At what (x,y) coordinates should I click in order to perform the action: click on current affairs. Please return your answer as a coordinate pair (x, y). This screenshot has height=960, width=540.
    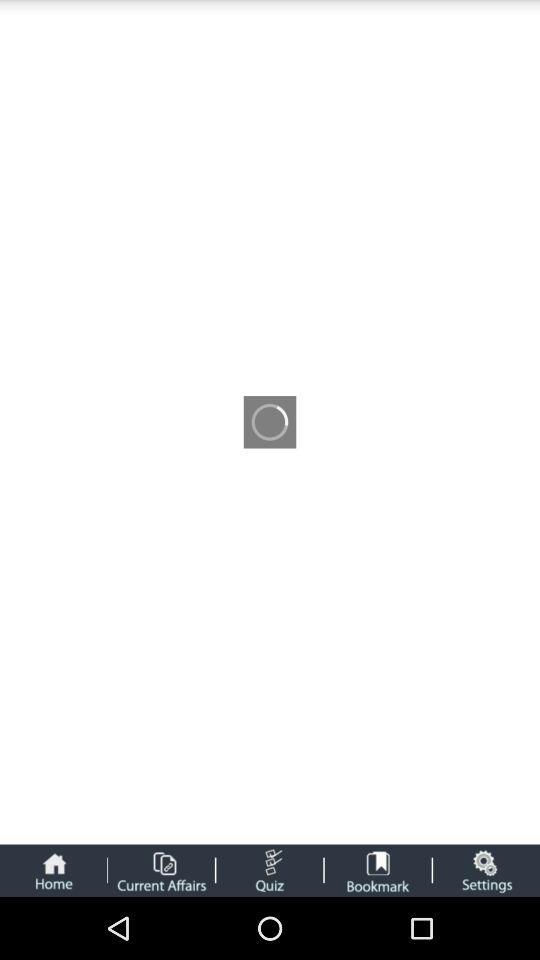
    Looking at the image, I should click on (160, 869).